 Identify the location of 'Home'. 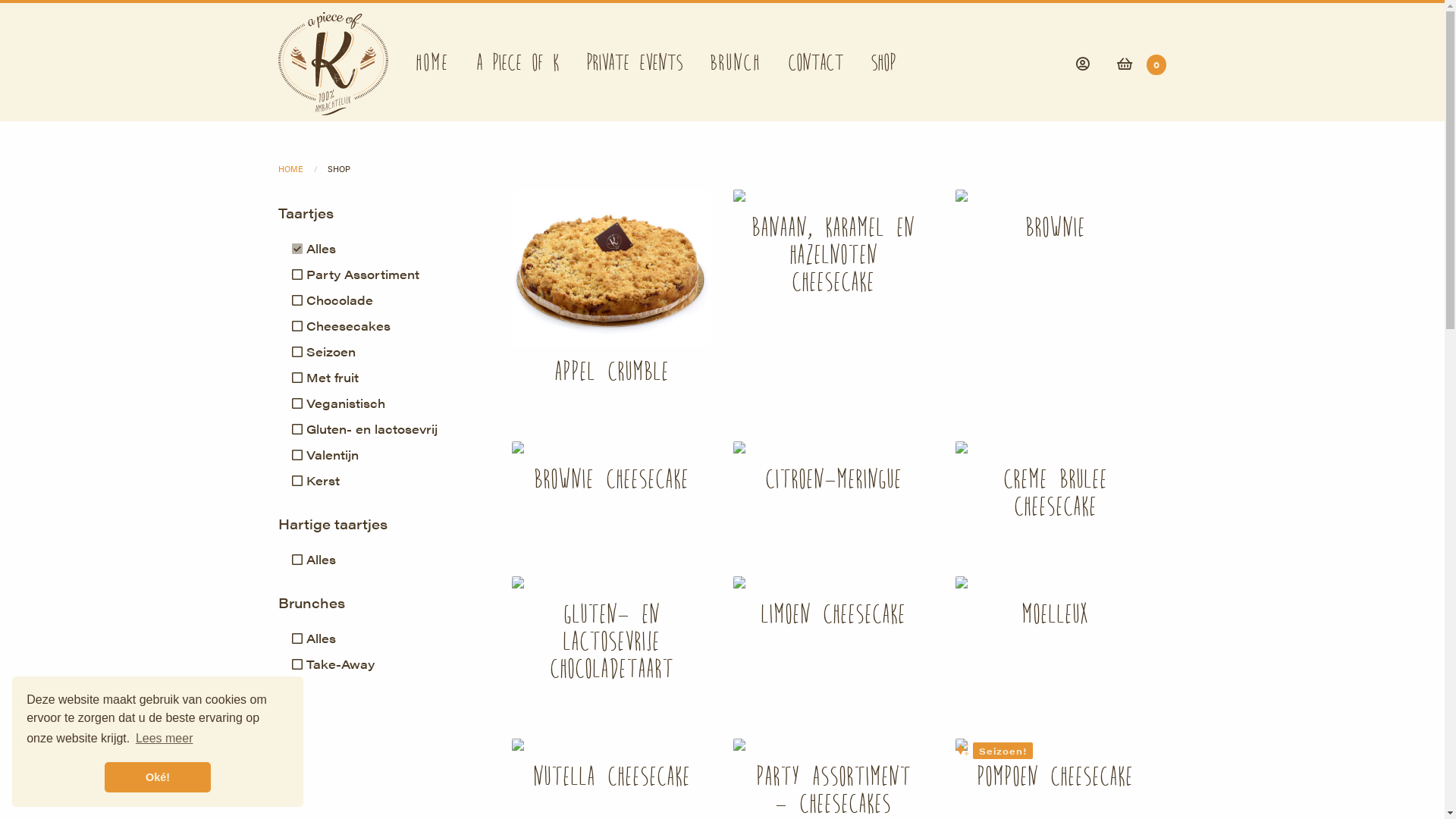
(431, 63).